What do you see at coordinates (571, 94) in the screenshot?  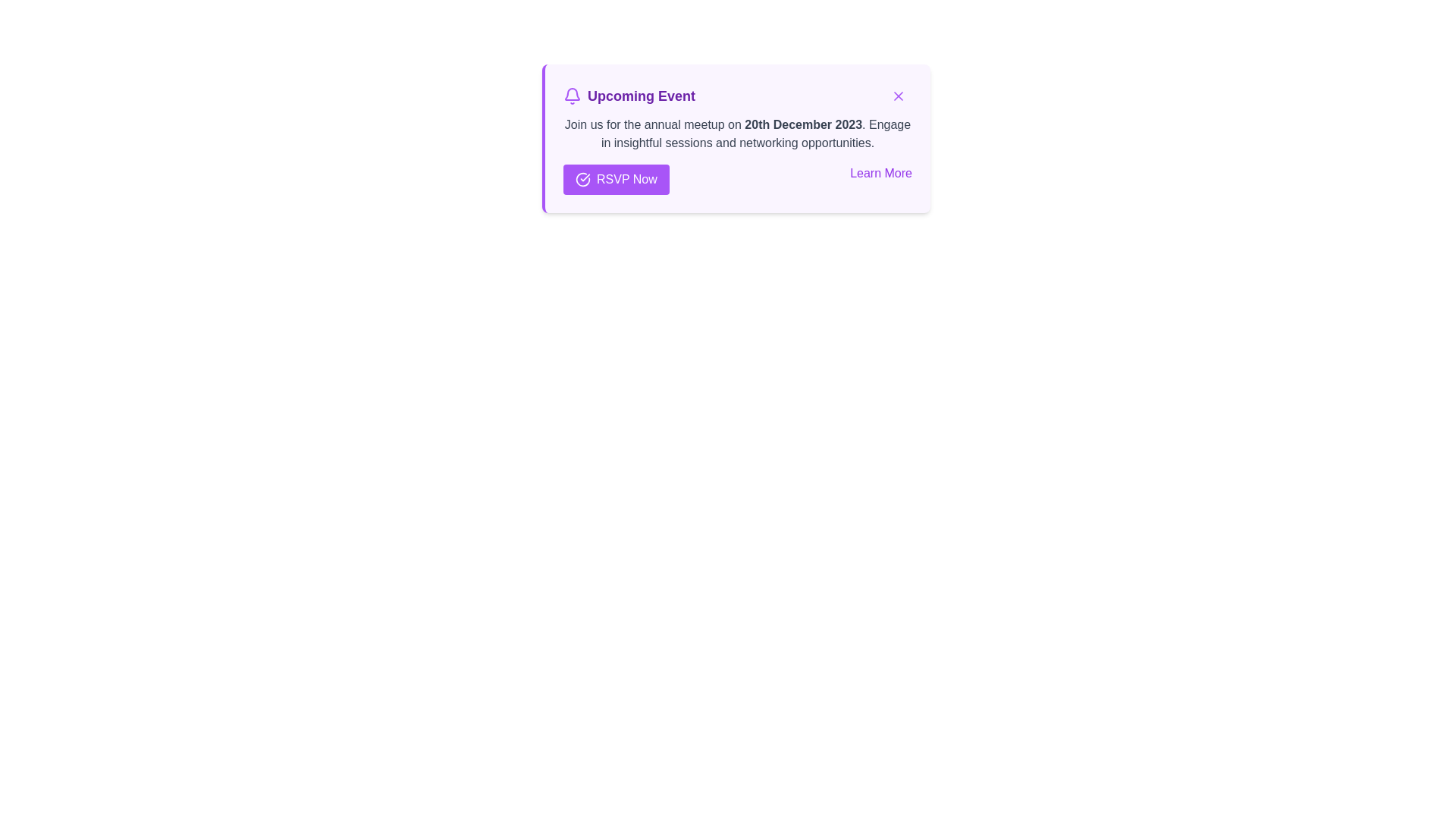 I see `the lower portion of the decorative bell icon located within the purple-bordered notification box in the top-right area` at bounding box center [571, 94].